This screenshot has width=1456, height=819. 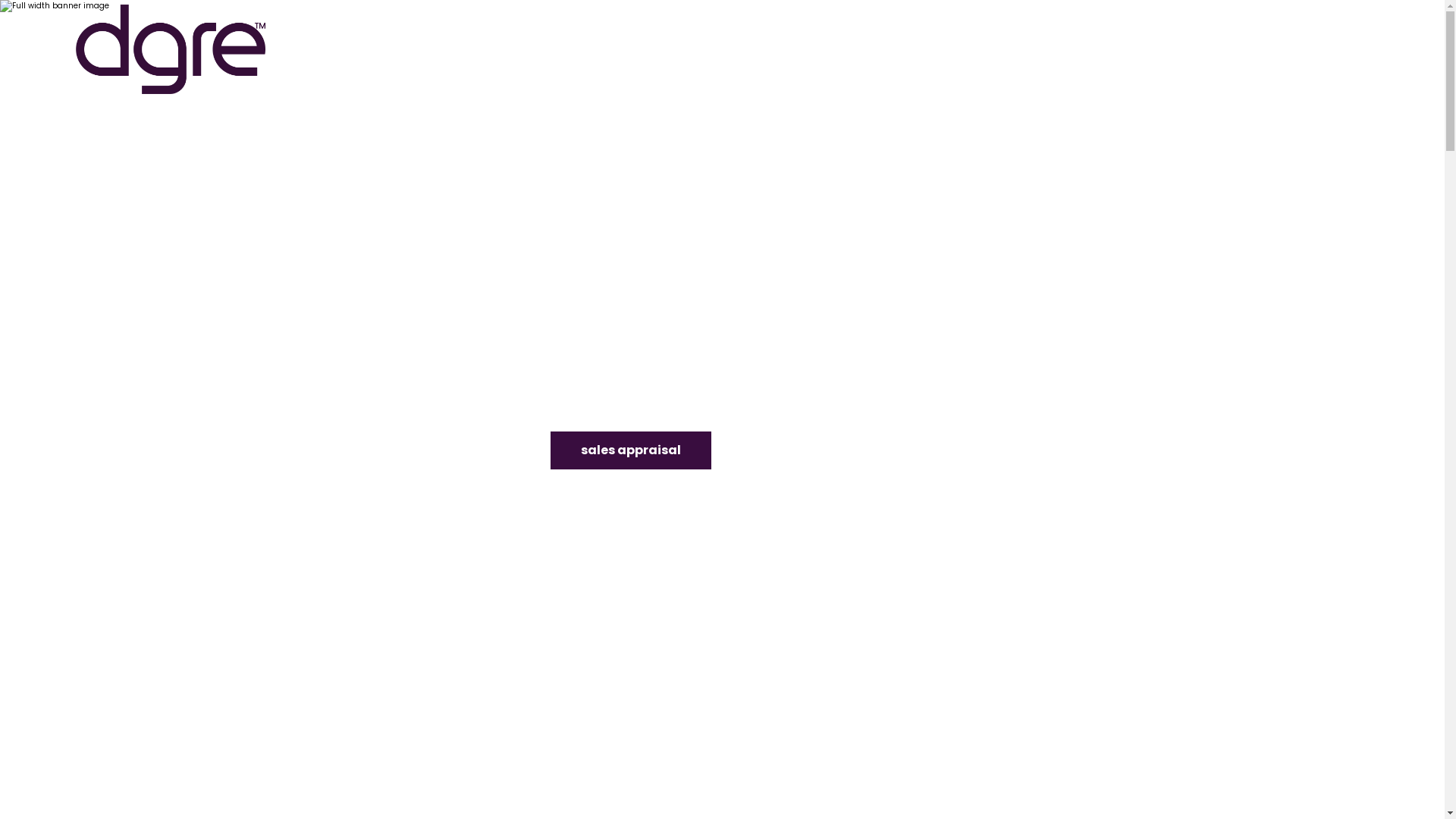 I want to click on 'sales appraisal', so click(x=631, y=450).